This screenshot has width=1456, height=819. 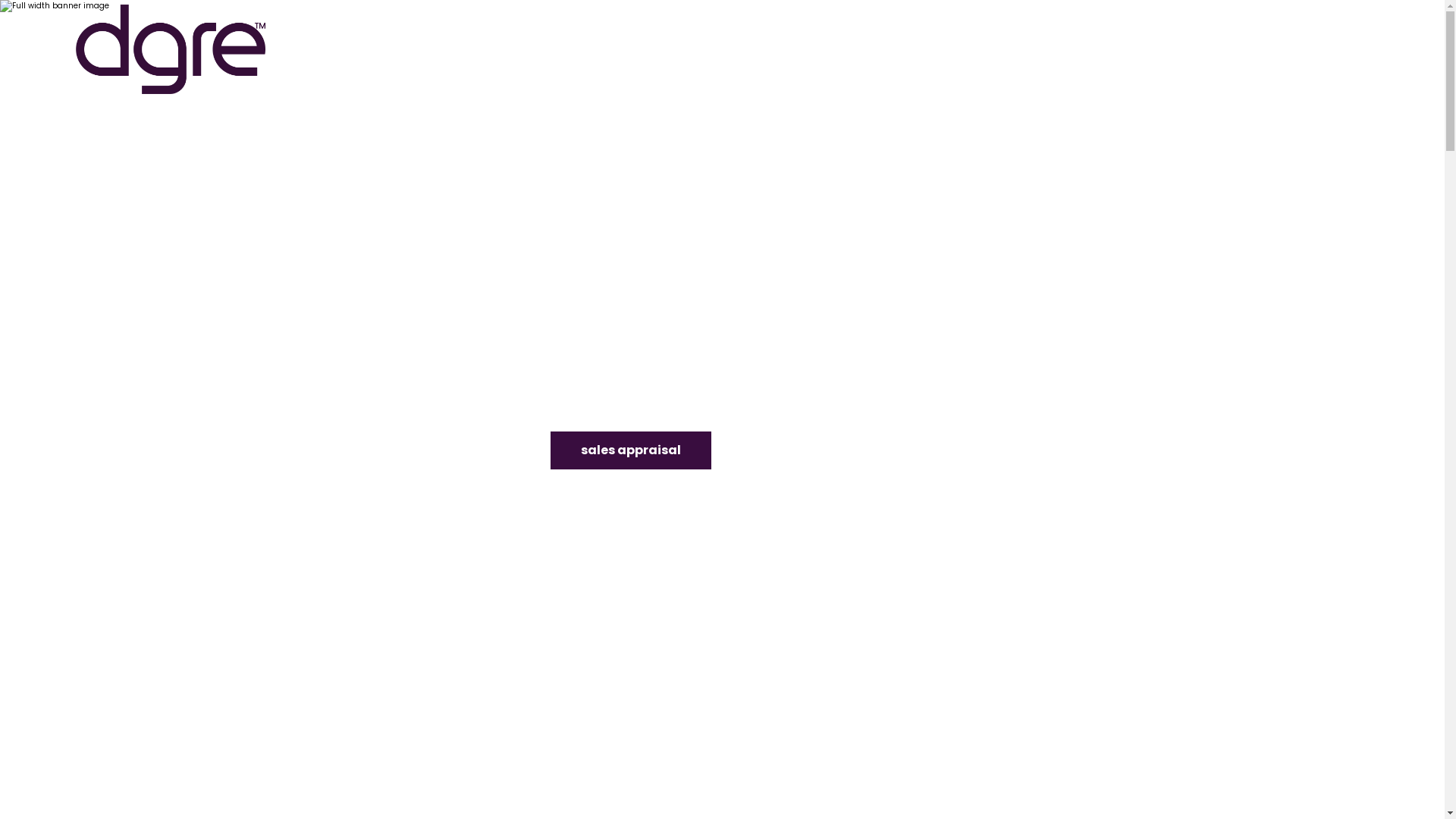 I want to click on 'sales appraisal', so click(x=631, y=450).